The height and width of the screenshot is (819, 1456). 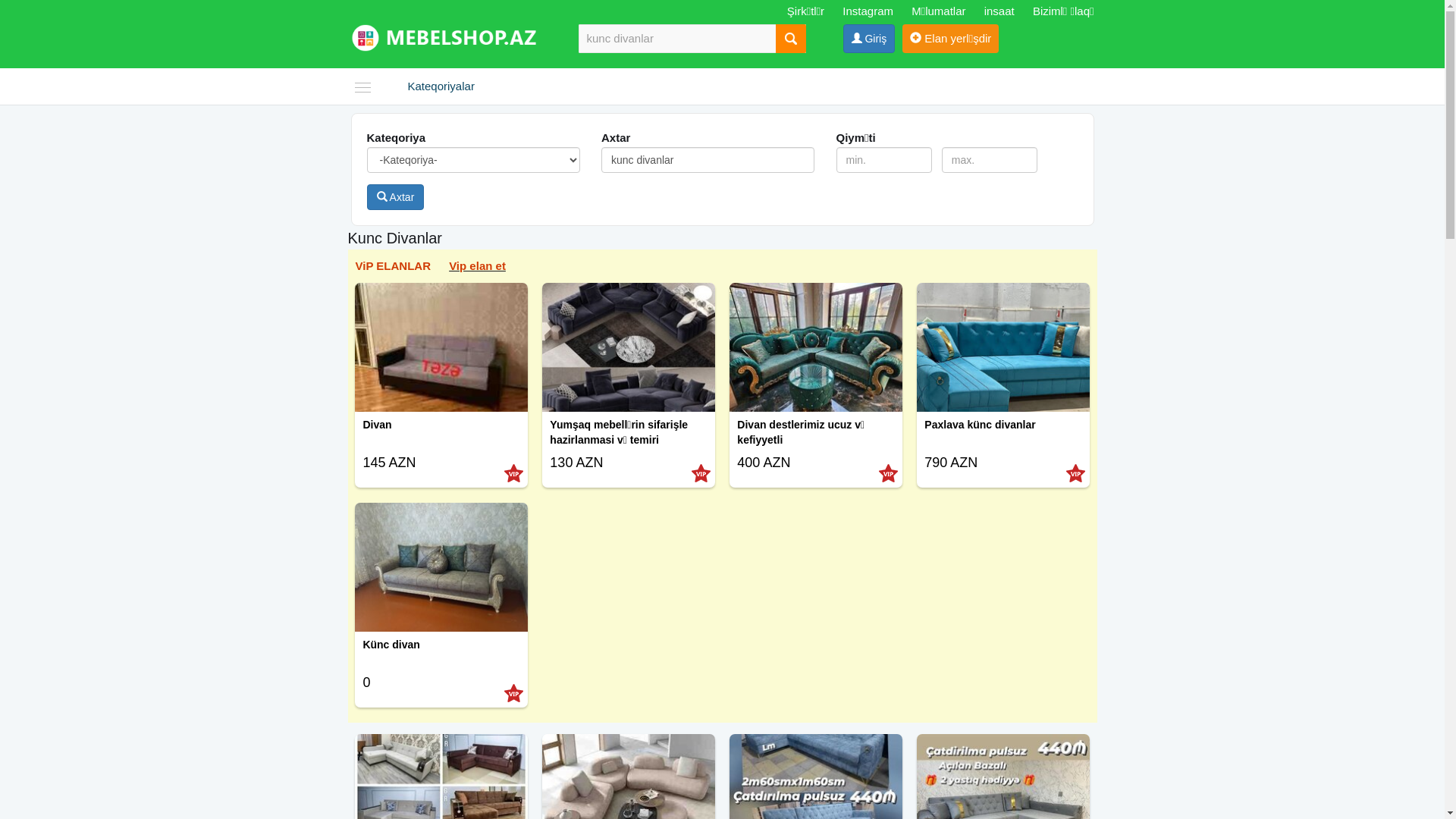 I want to click on 'Instagram', so click(x=841, y=11).